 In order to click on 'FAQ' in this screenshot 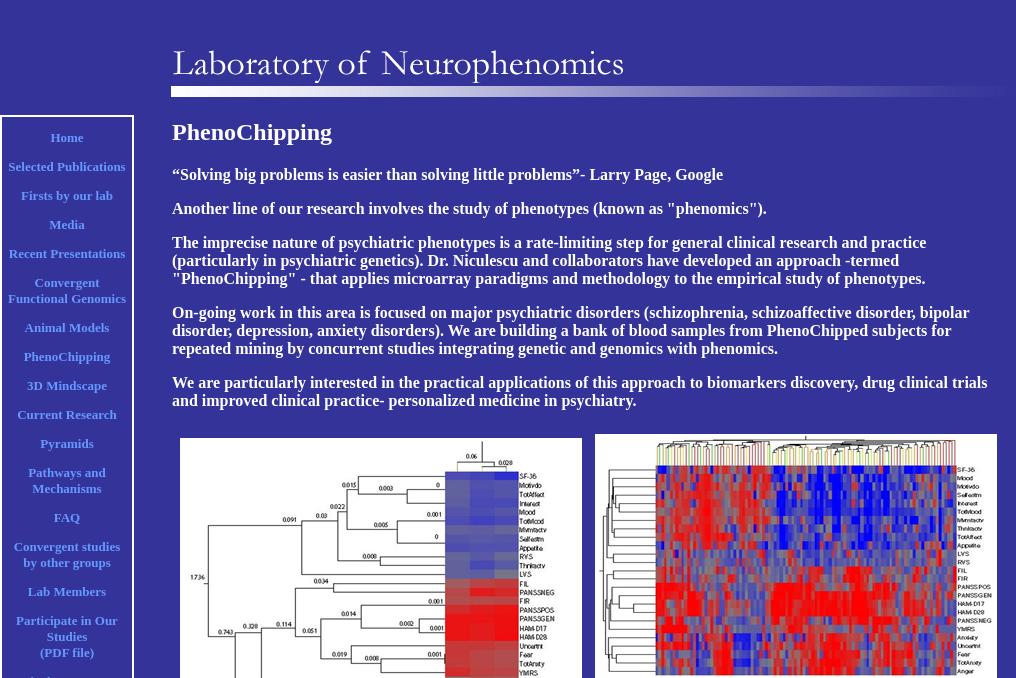, I will do `click(66, 517)`.